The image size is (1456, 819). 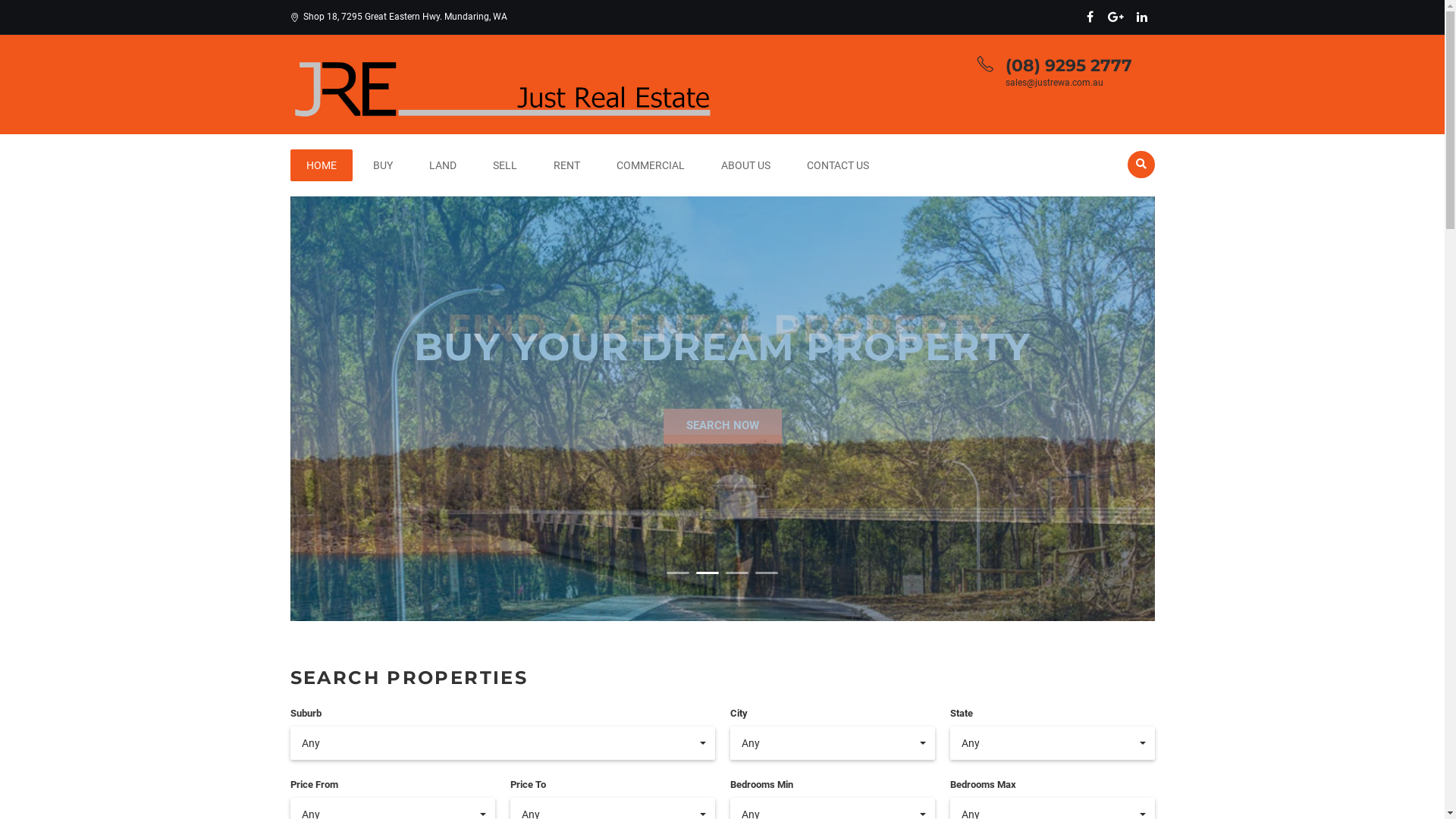 What do you see at coordinates (704, 165) in the screenshot?
I see `'ABOUT US'` at bounding box center [704, 165].